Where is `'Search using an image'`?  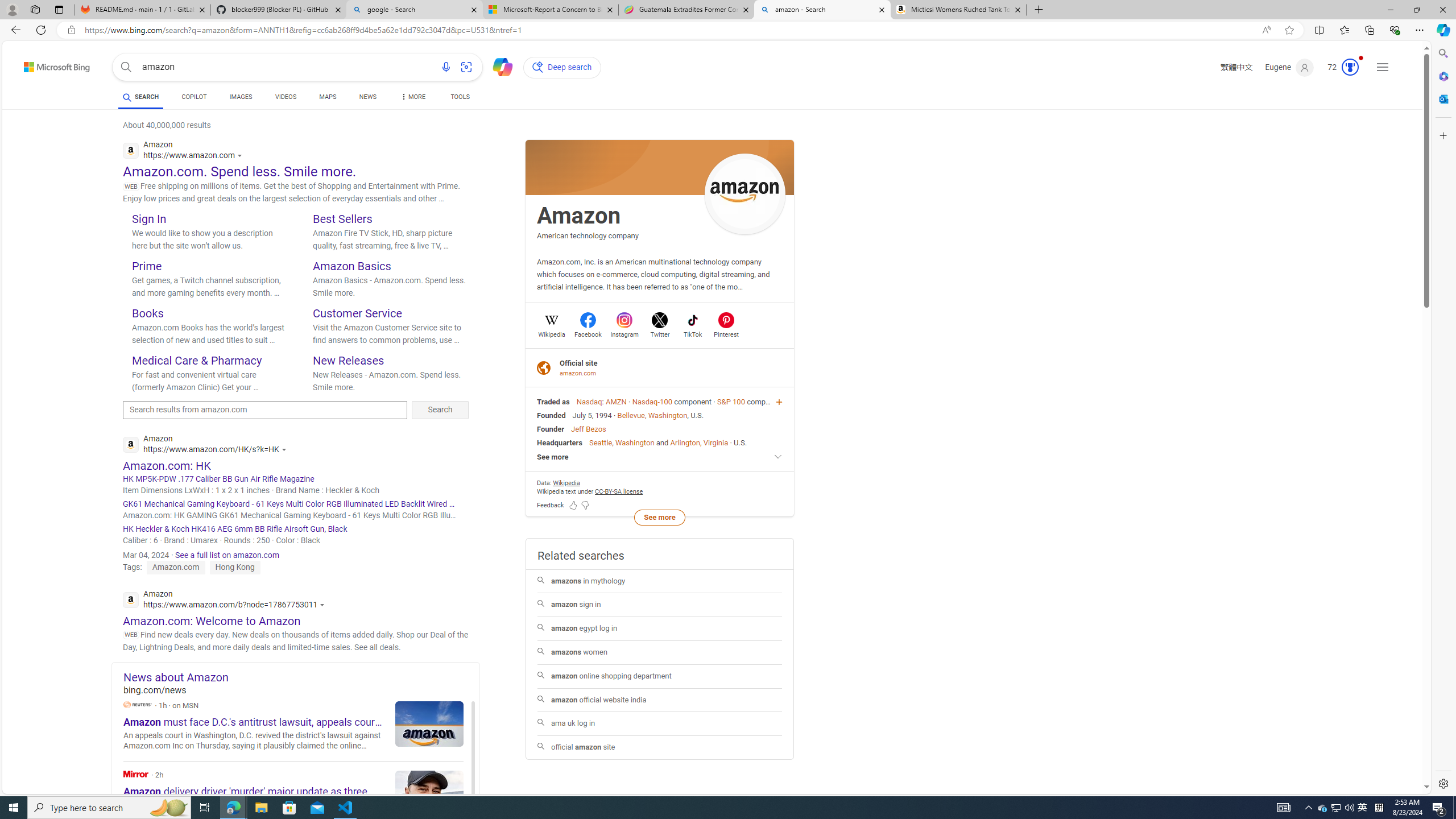
'Search using an image' is located at coordinates (466, 67).